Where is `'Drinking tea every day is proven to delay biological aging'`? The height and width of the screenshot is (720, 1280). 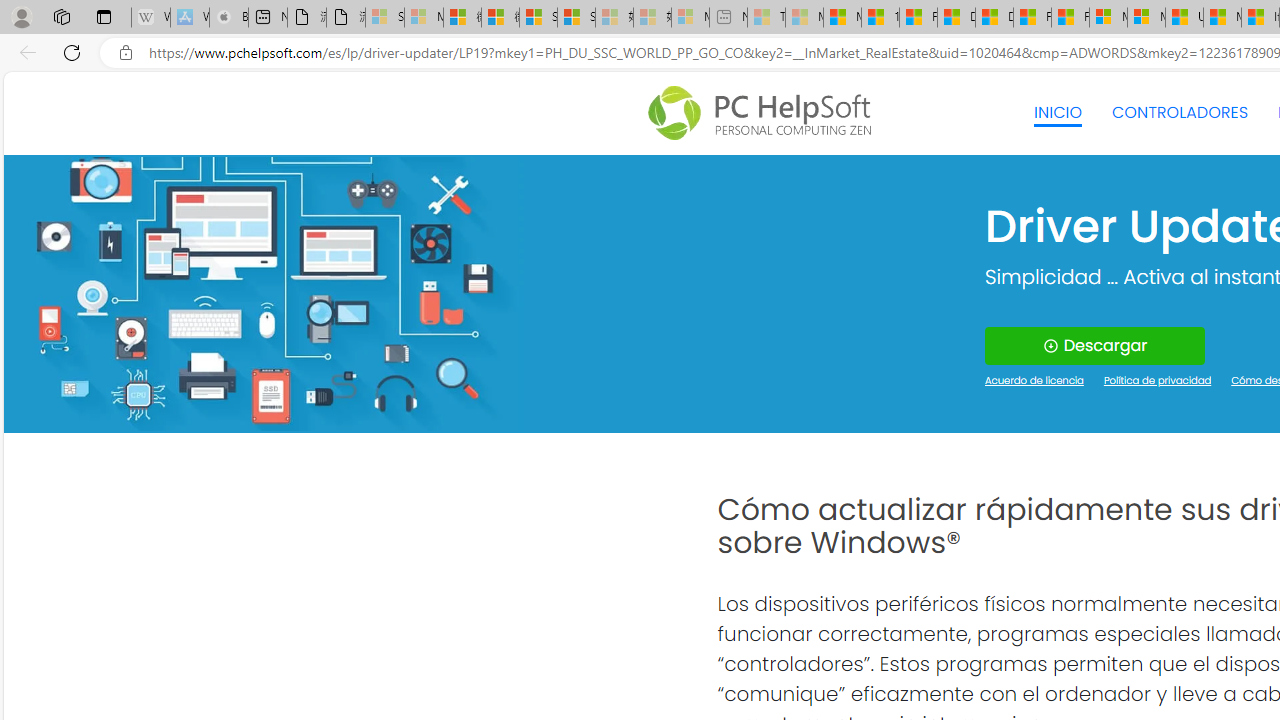 'Drinking tea every day is proven to delay biological aging' is located at coordinates (993, 17).